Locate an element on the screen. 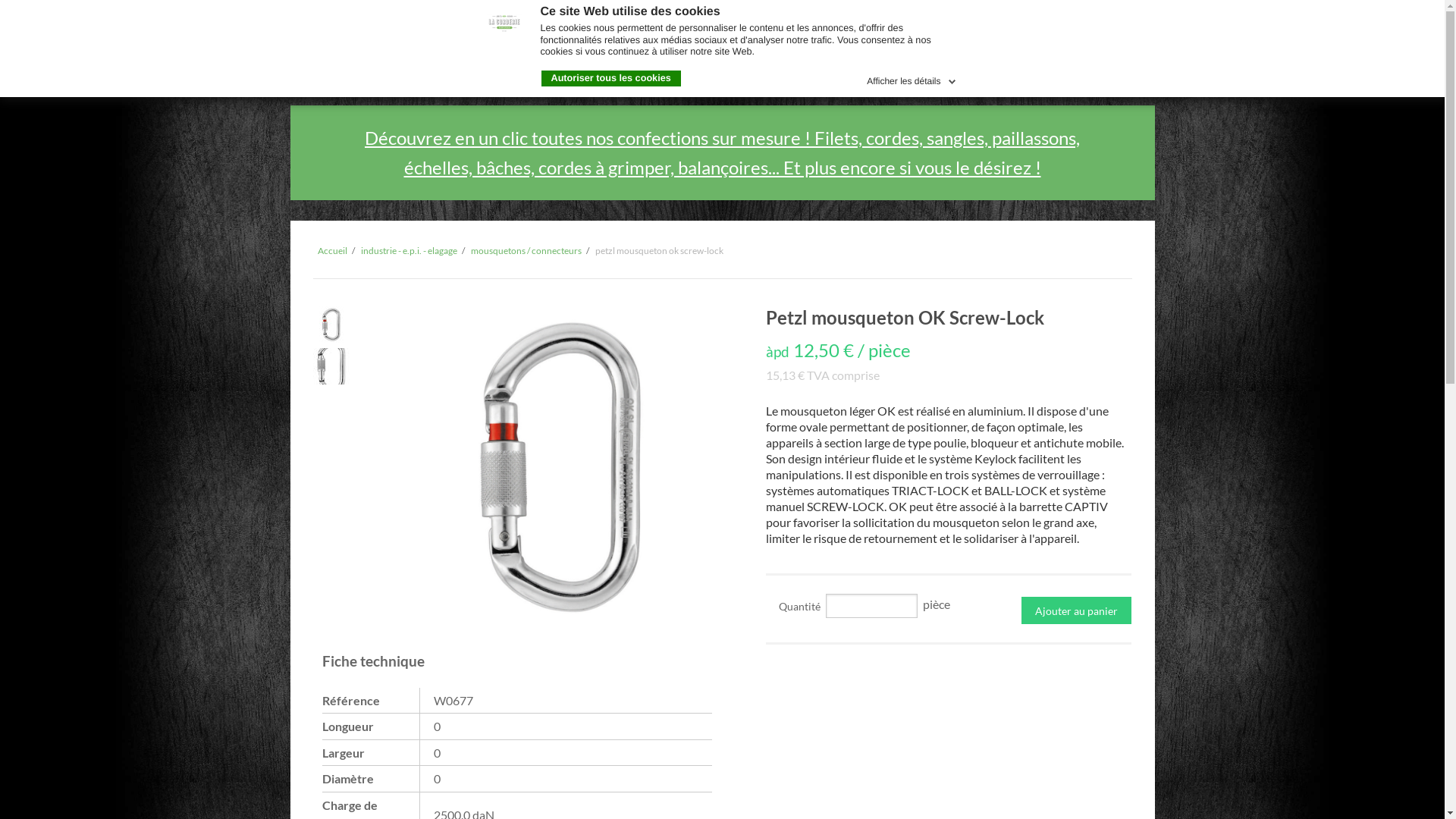 The width and height of the screenshot is (1456, 819). 'Accueil' is located at coordinates (331, 249).